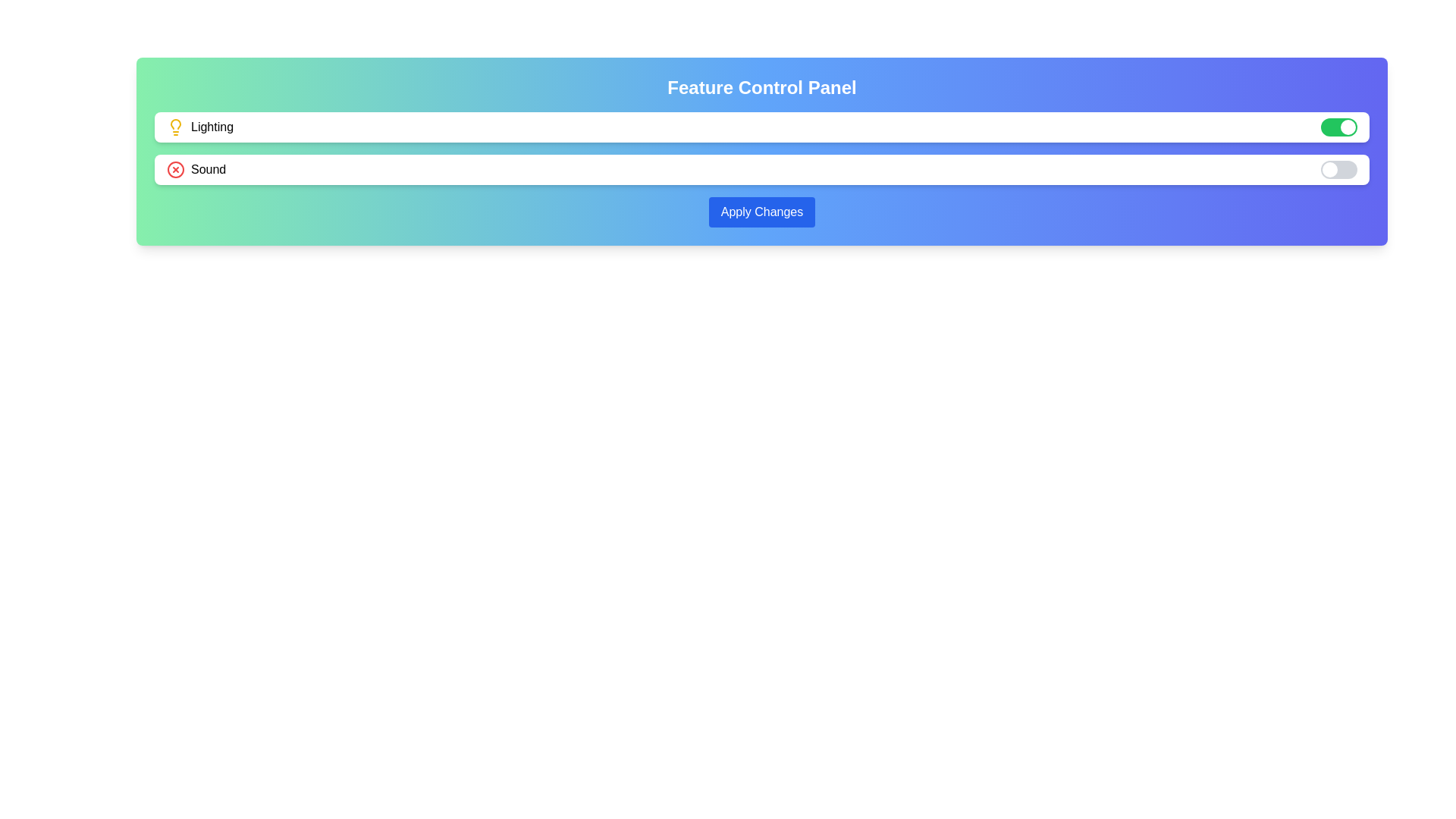  I want to click on the Text label describing sound-related configurations in the settings menu, positioned in the second row under 'Lighting' and above 'Apply Changes', so click(208, 169).